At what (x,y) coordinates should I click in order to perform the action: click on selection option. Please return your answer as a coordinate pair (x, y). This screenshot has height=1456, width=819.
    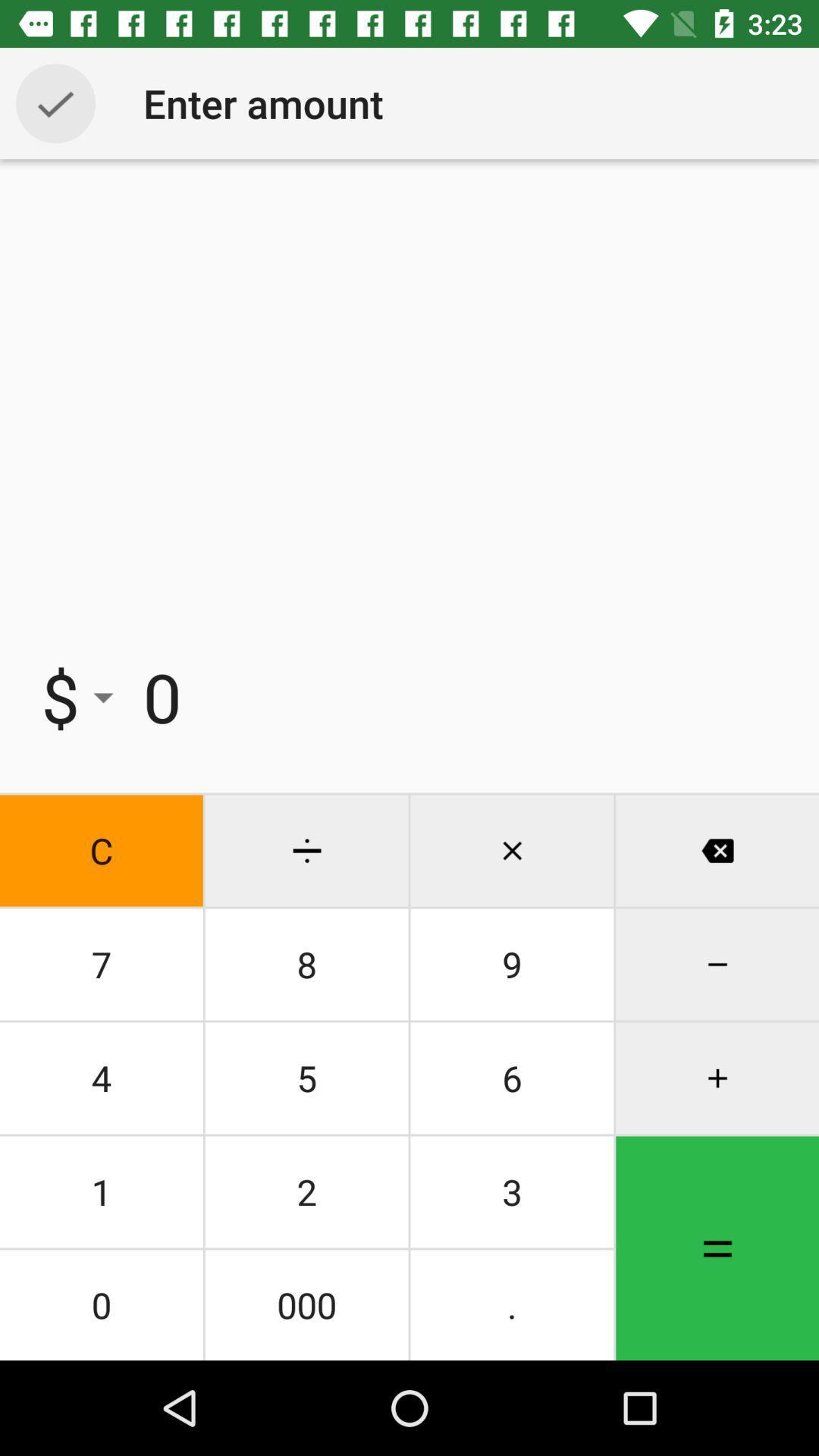
    Looking at the image, I should click on (55, 102).